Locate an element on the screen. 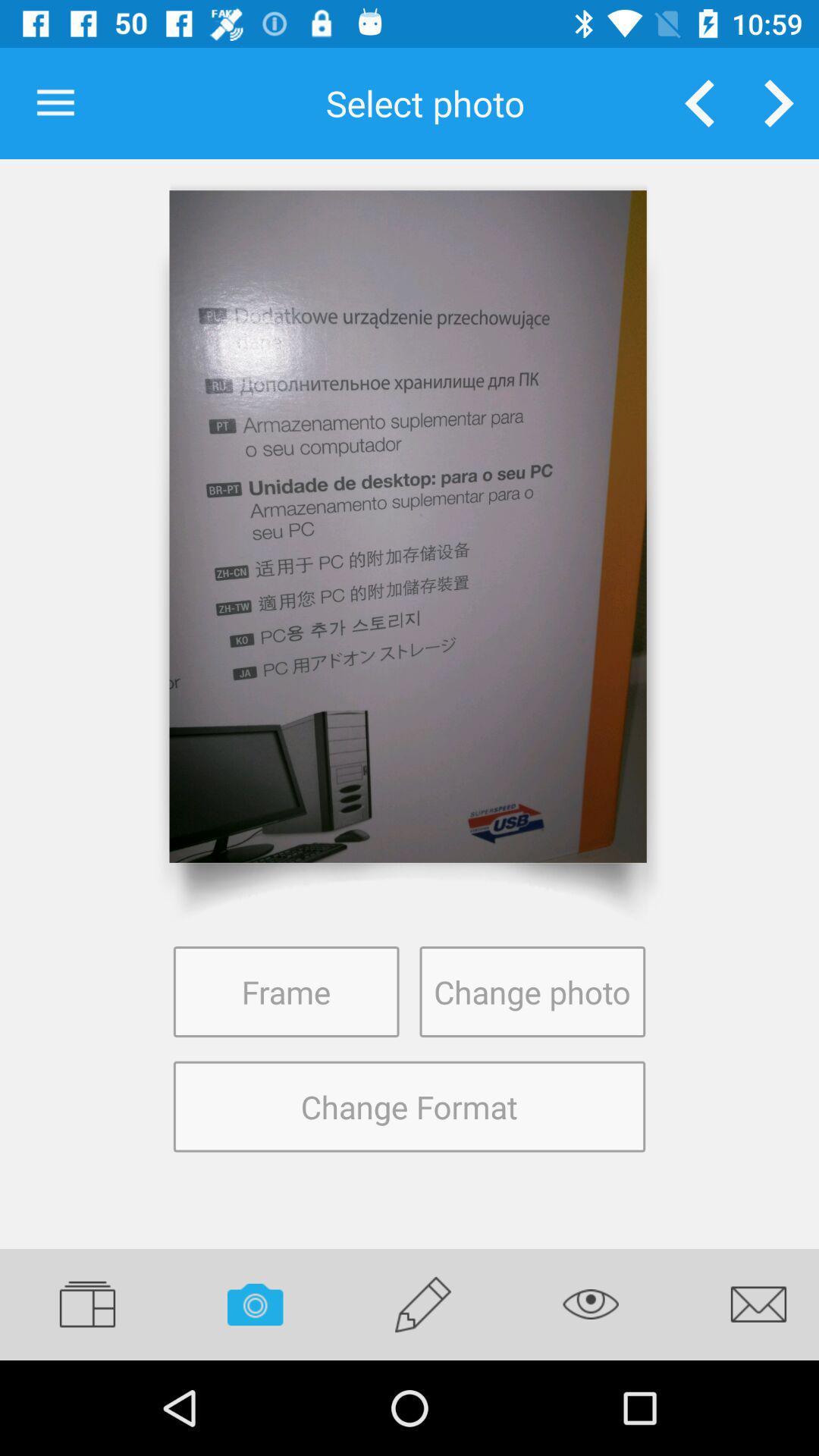 The width and height of the screenshot is (819, 1456). go back is located at coordinates (699, 102).